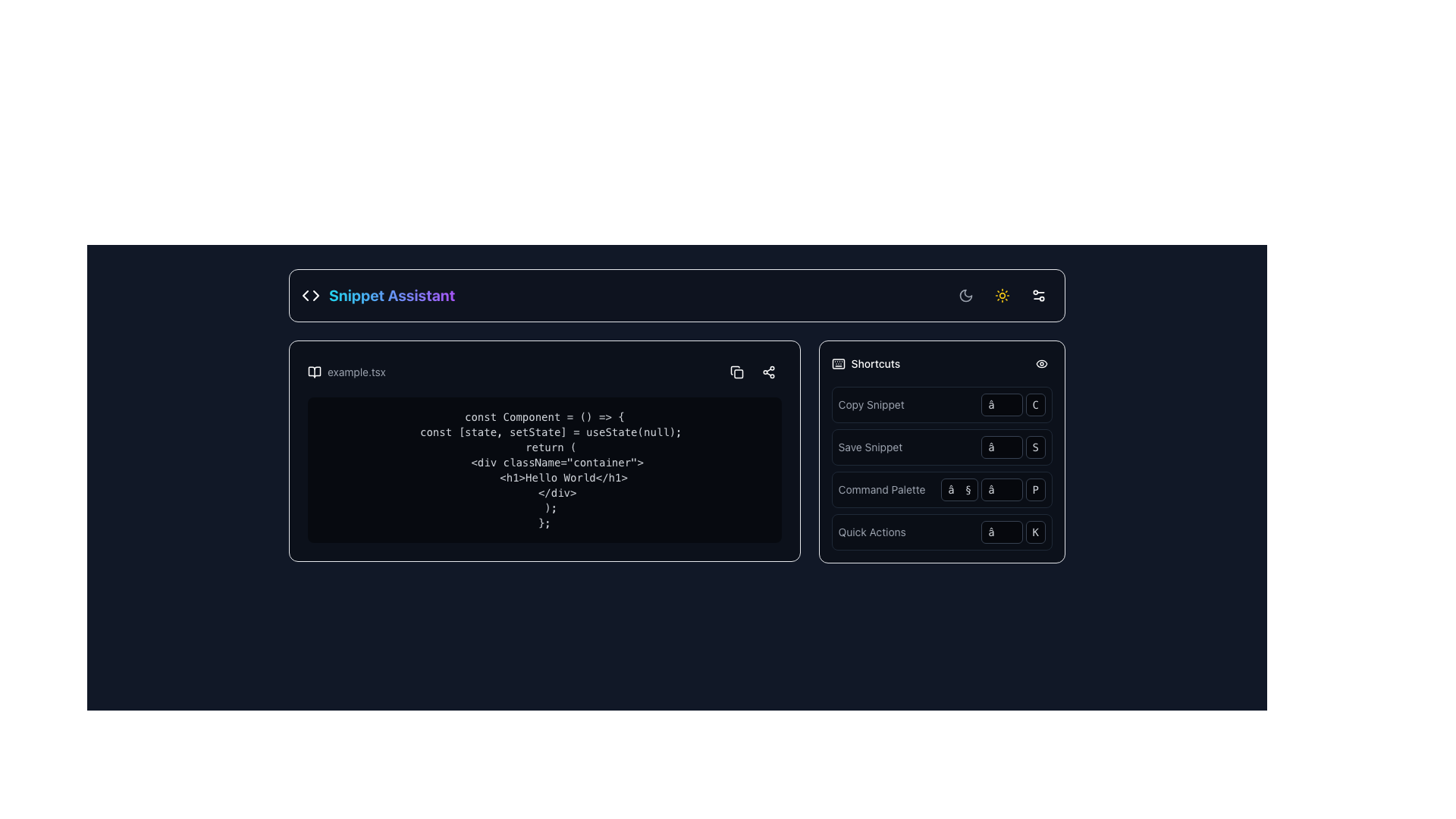 This screenshot has width=1456, height=819. I want to click on the hover changes on the small rectangular button with a dark background and white 'S' text, which is the second button in a horizontal layout, so click(1034, 447).